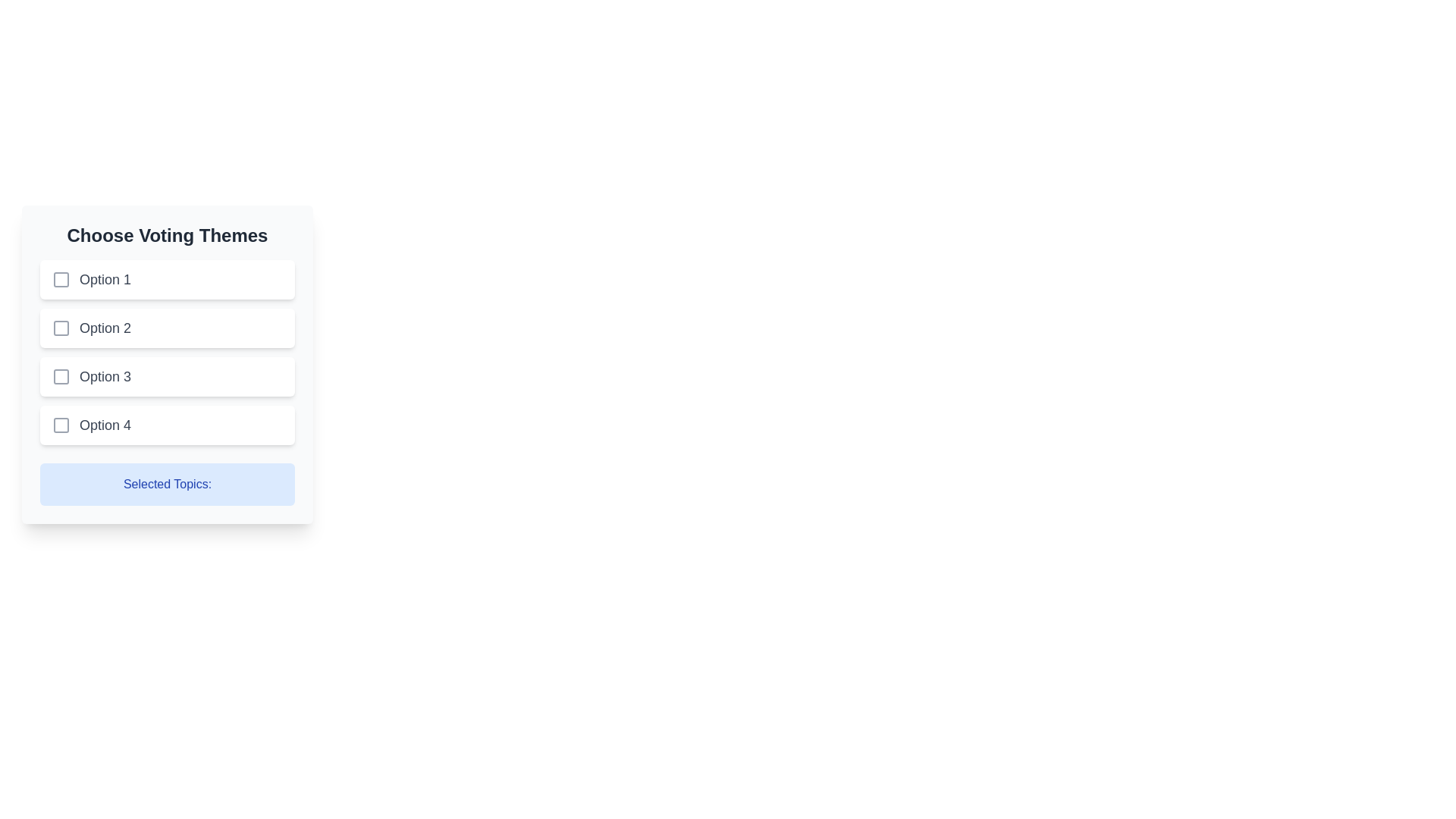 The width and height of the screenshot is (1456, 819). What do you see at coordinates (167, 485) in the screenshot?
I see `the text label displaying 'Selected Topics:' which is styled in bold blue color and positioned at the bottom of the voting theme selection interface` at bounding box center [167, 485].